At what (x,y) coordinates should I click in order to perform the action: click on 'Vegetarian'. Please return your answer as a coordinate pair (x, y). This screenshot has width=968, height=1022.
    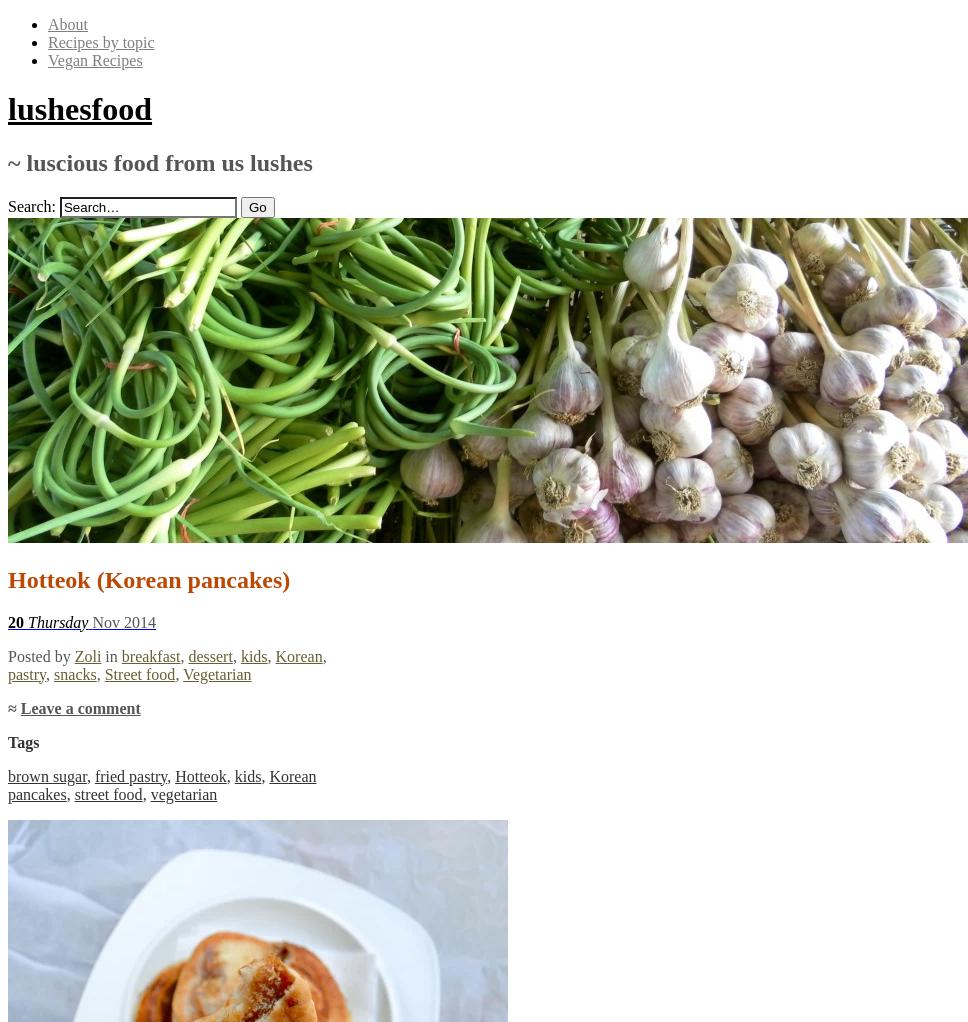
    Looking at the image, I should click on (216, 672).